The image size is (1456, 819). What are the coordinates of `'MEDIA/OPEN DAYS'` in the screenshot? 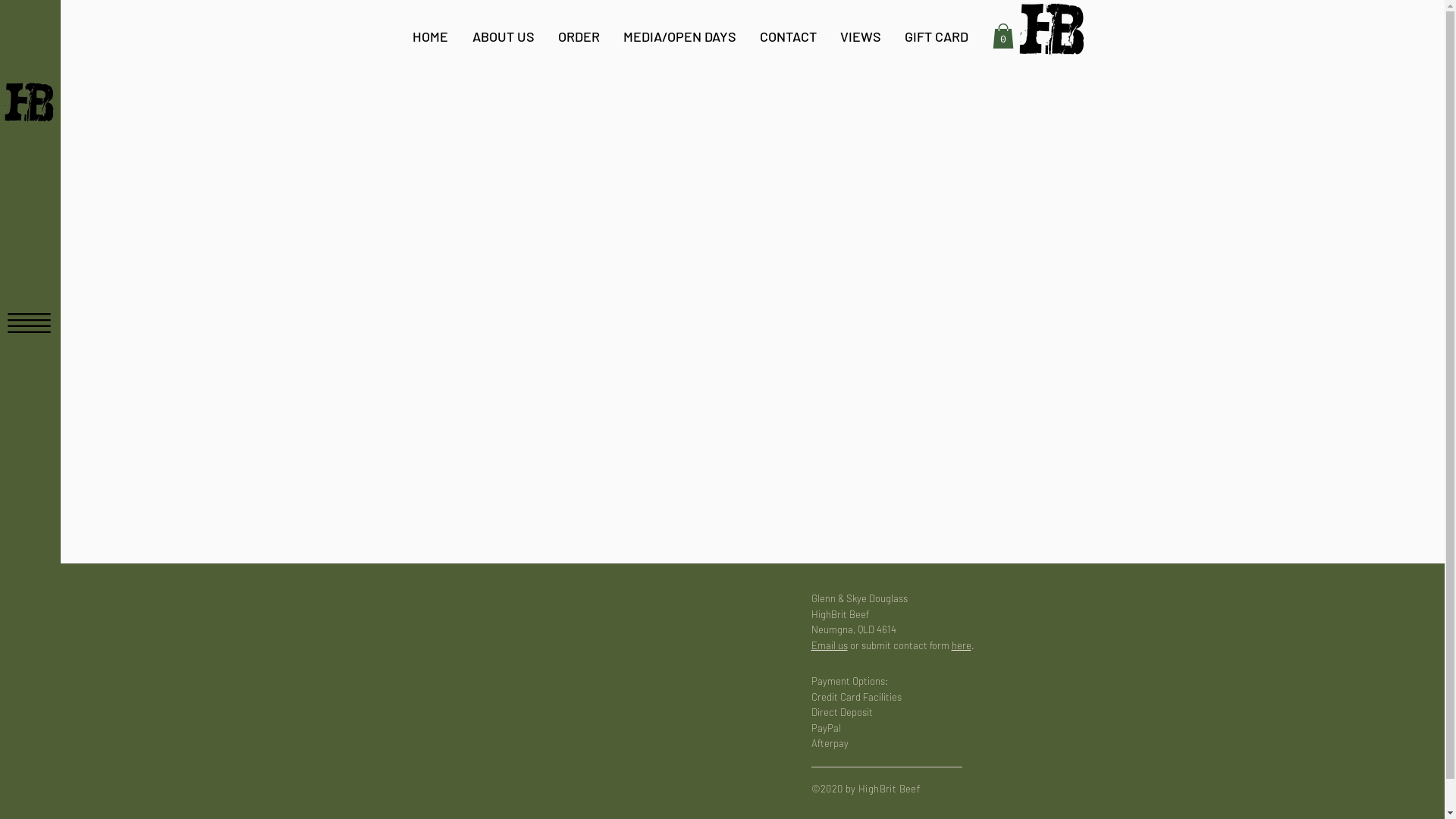 It's located at (679, 35).